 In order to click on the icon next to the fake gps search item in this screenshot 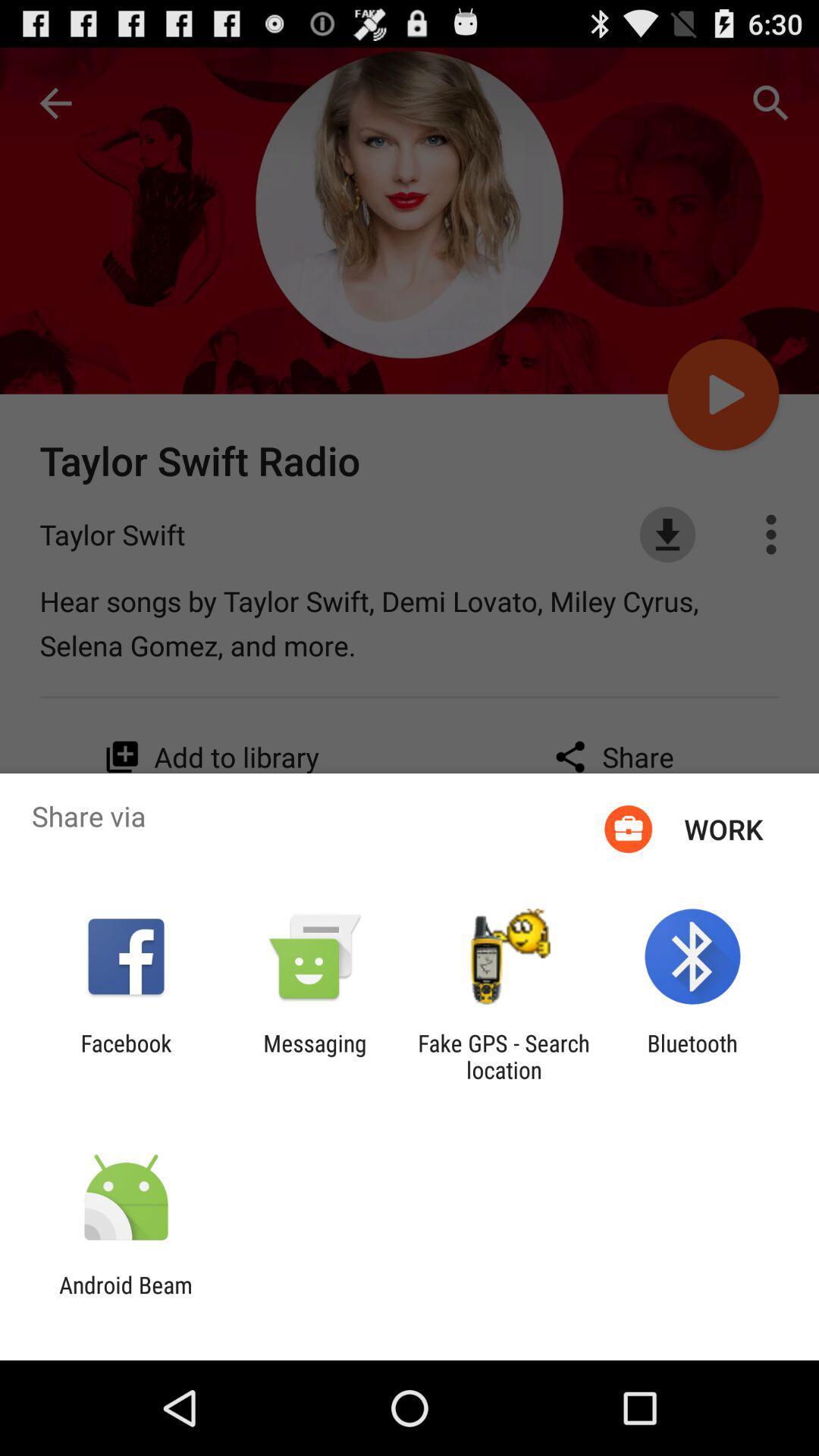, I will do `click(314, 1056)`.